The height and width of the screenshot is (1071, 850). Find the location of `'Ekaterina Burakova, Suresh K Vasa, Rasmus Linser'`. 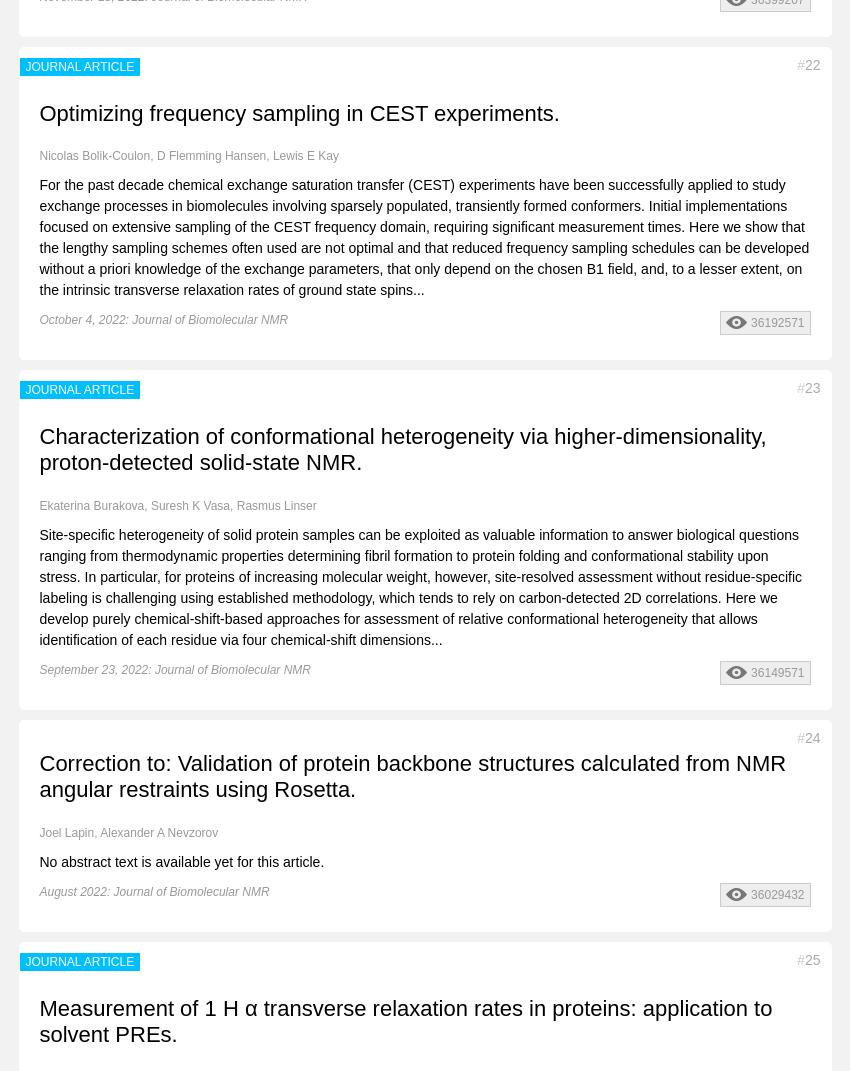

'Ekaterina Burakova, Suresh K Vasa, Rasmus Linser' is located at coordinates (176, 503).